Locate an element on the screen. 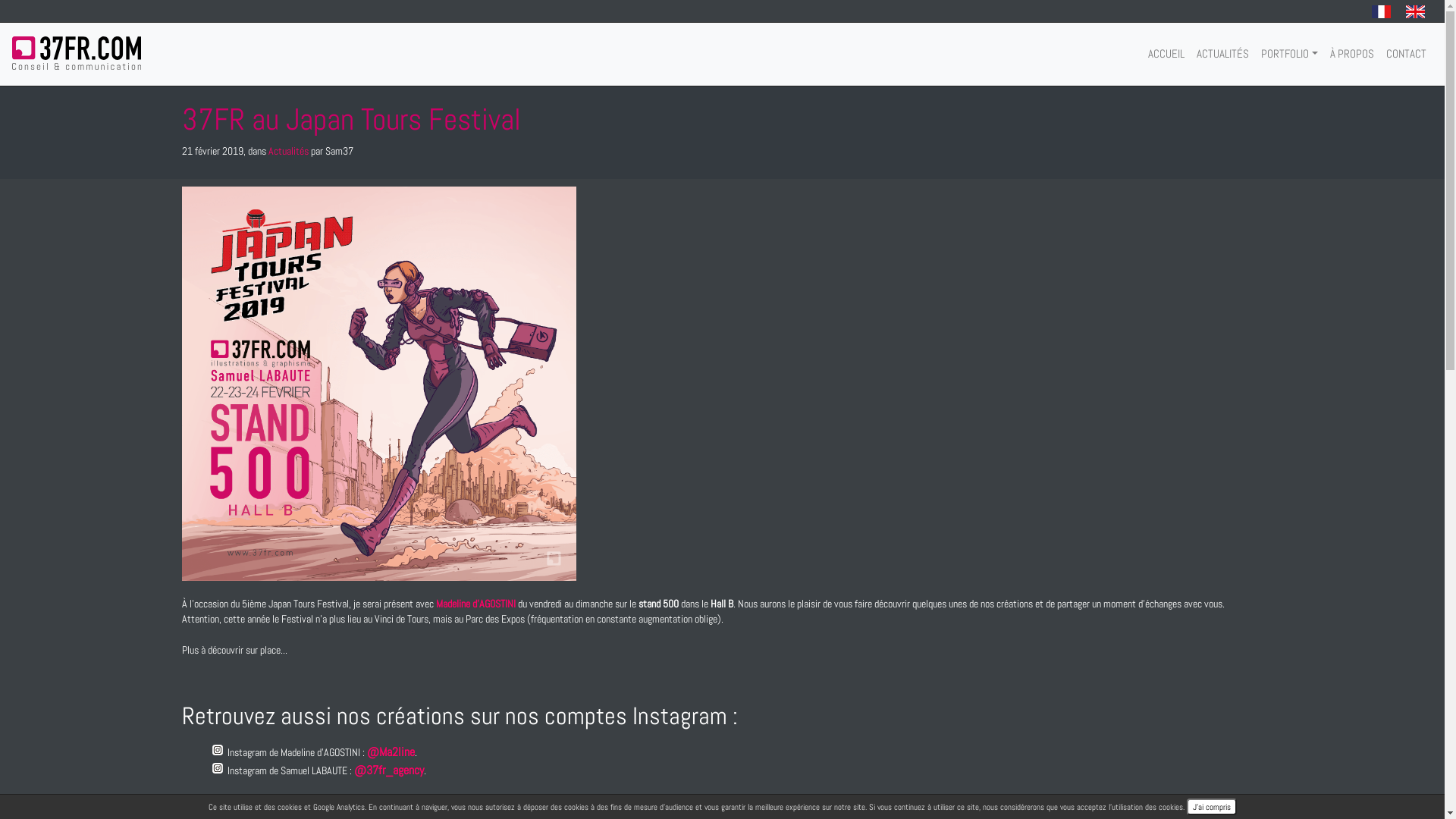 The height and width of the screenshot is (819, 1456). 'FR' is located at coordinates (1381, 11).